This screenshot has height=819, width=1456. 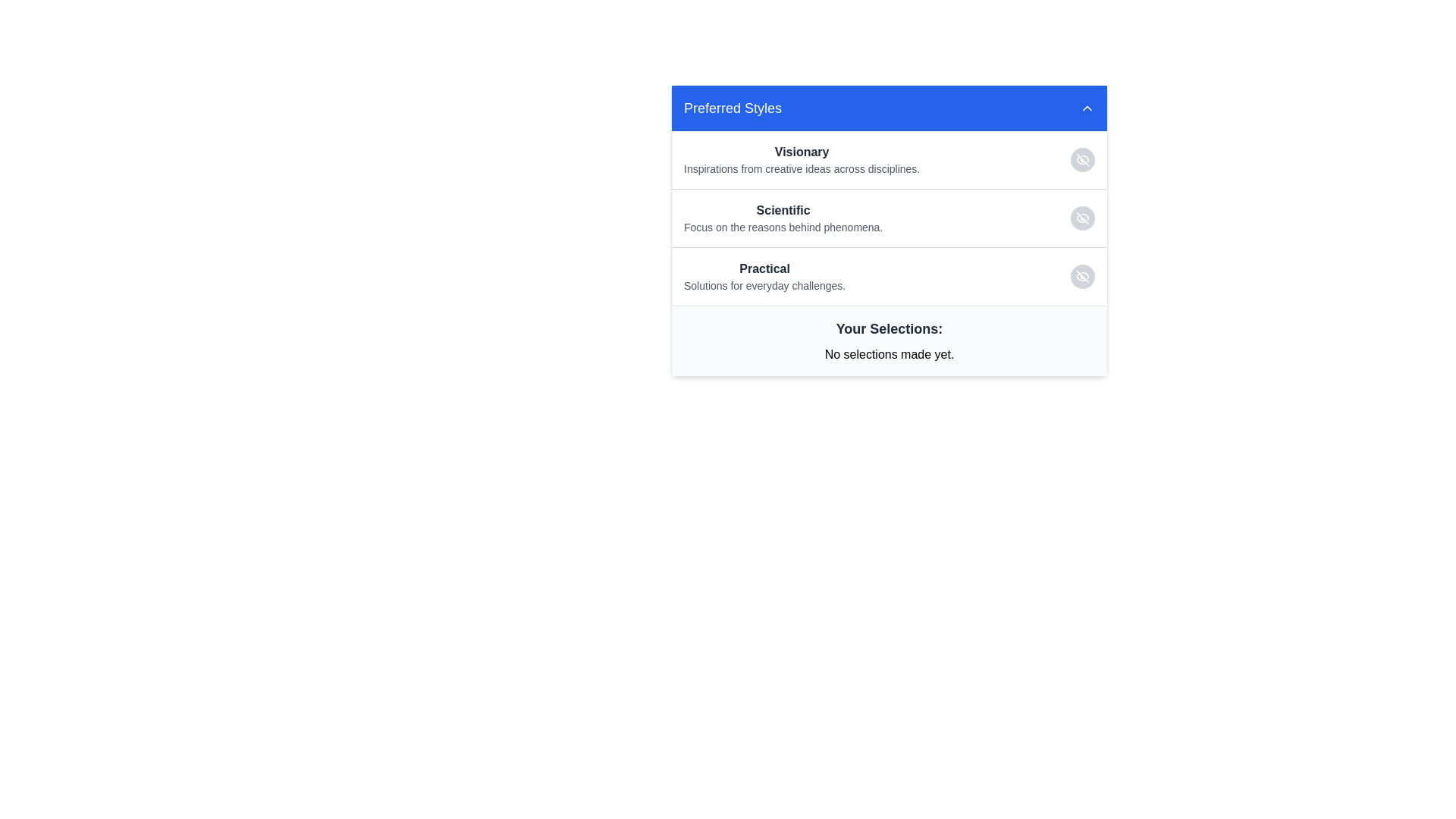 I want to click on the circular icon button in the third row of the 'Preferred Styles' section, so click(x=1082, y=277).